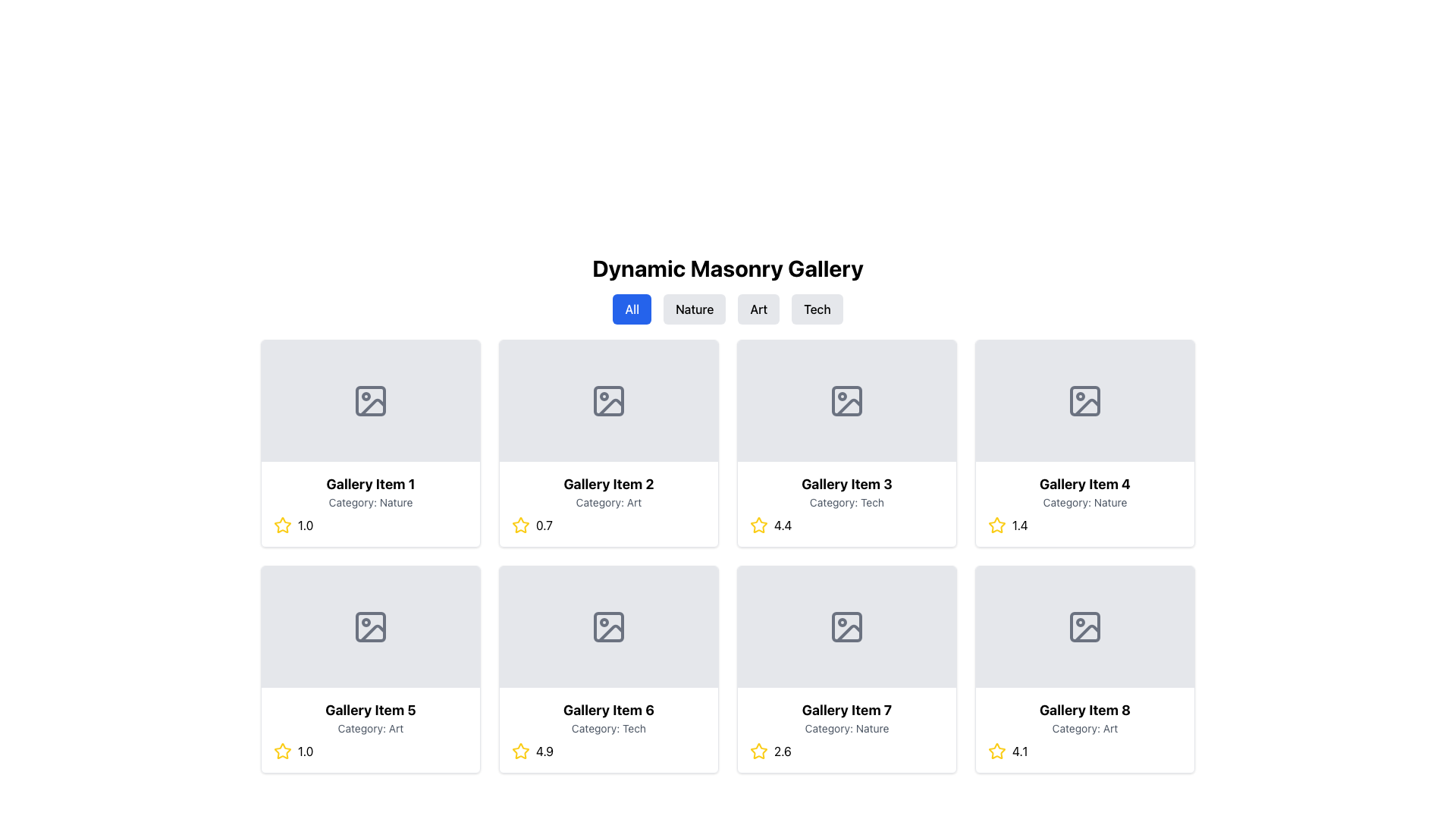 The image size is (1456, 819). What do you see at coordinates (520, 752) in the screenshot?
I see `the high rating vector graphic icon positioned to the left of the numerical value '4.9' below 'Gallery Item 6'` at bounding box center [520, 752].